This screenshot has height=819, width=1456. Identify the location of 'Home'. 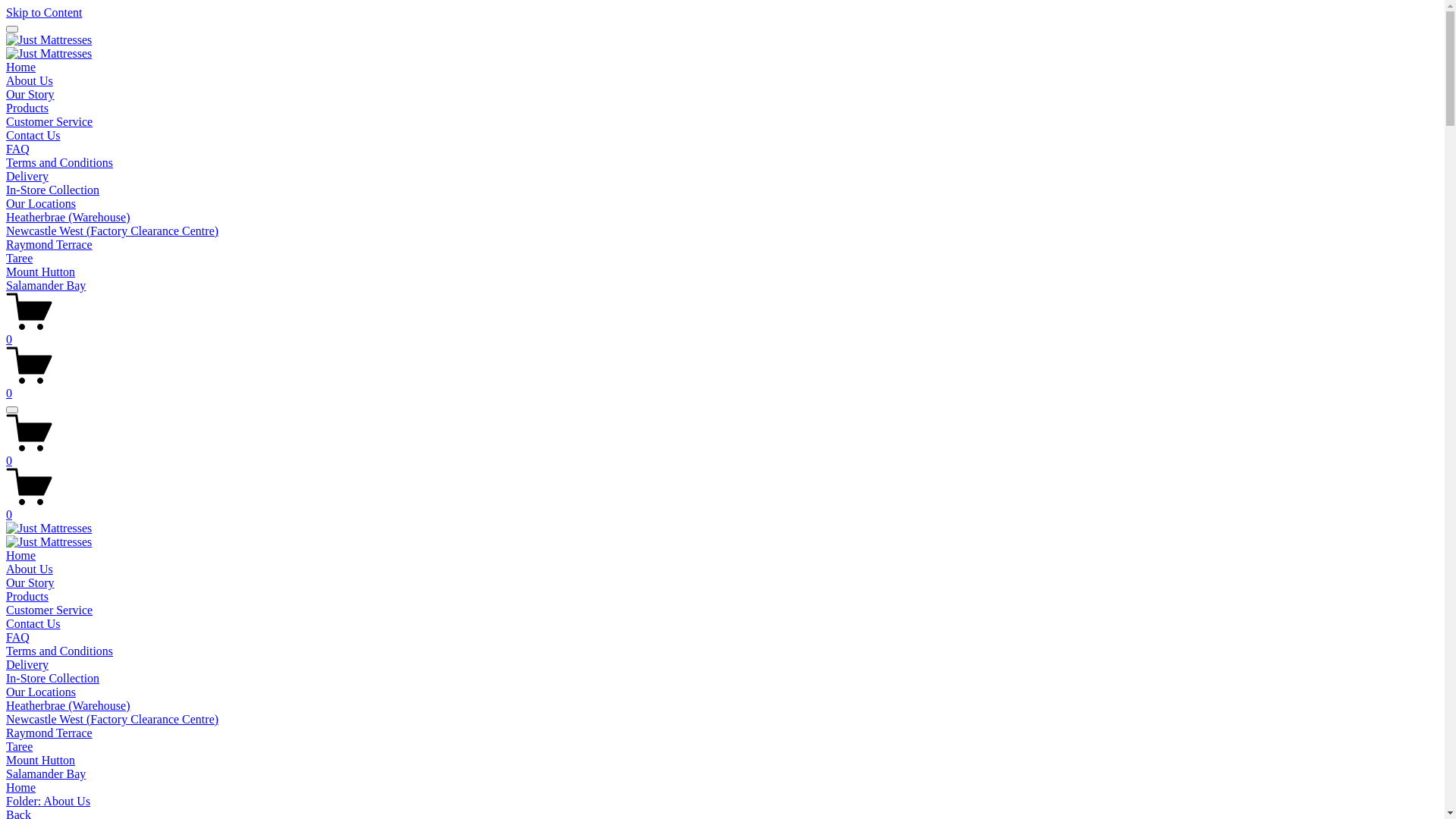
(20, 66).